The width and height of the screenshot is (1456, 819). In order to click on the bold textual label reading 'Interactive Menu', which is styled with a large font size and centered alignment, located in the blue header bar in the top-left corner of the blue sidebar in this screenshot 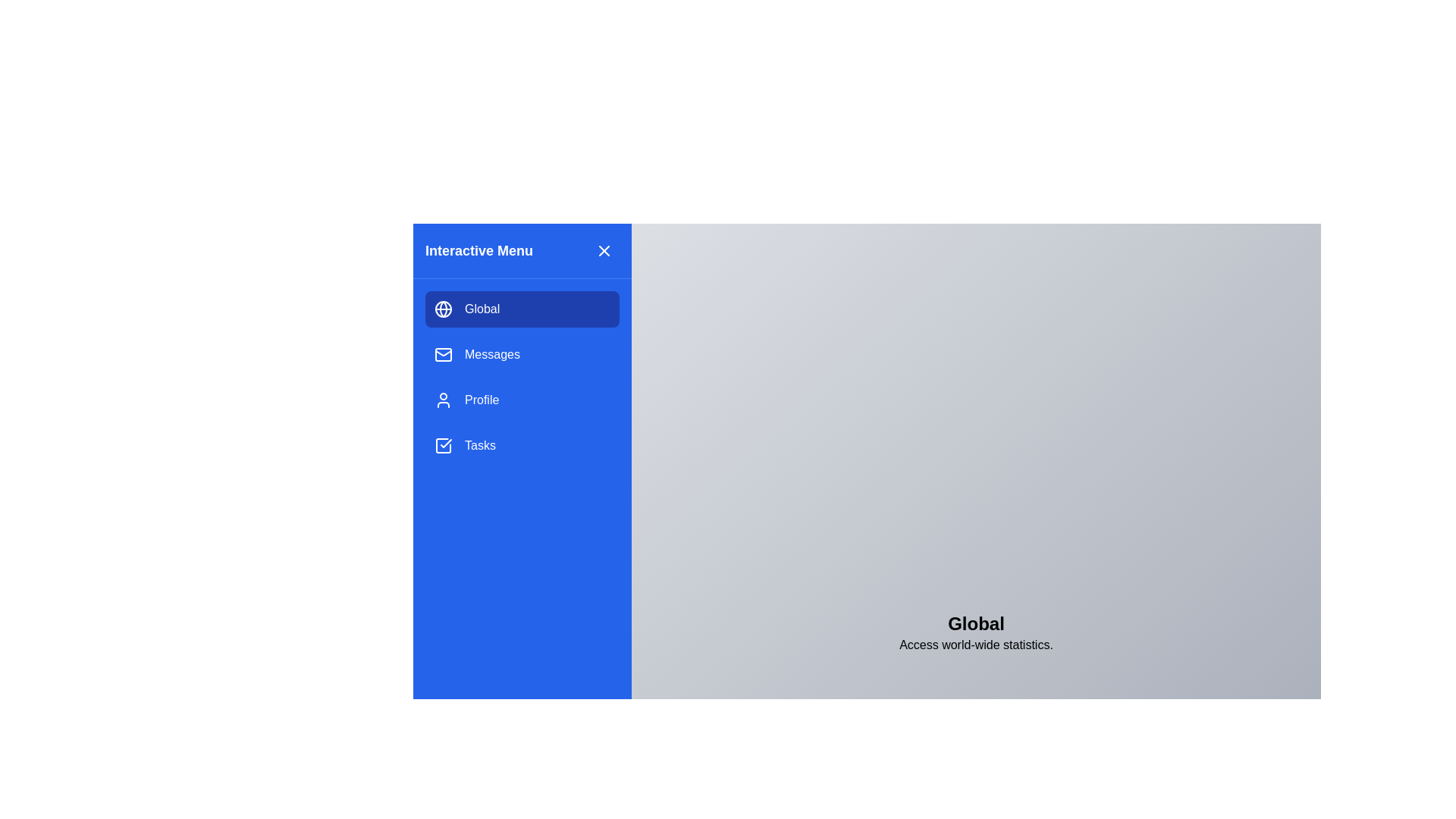, I will do `click(479, 250)`.